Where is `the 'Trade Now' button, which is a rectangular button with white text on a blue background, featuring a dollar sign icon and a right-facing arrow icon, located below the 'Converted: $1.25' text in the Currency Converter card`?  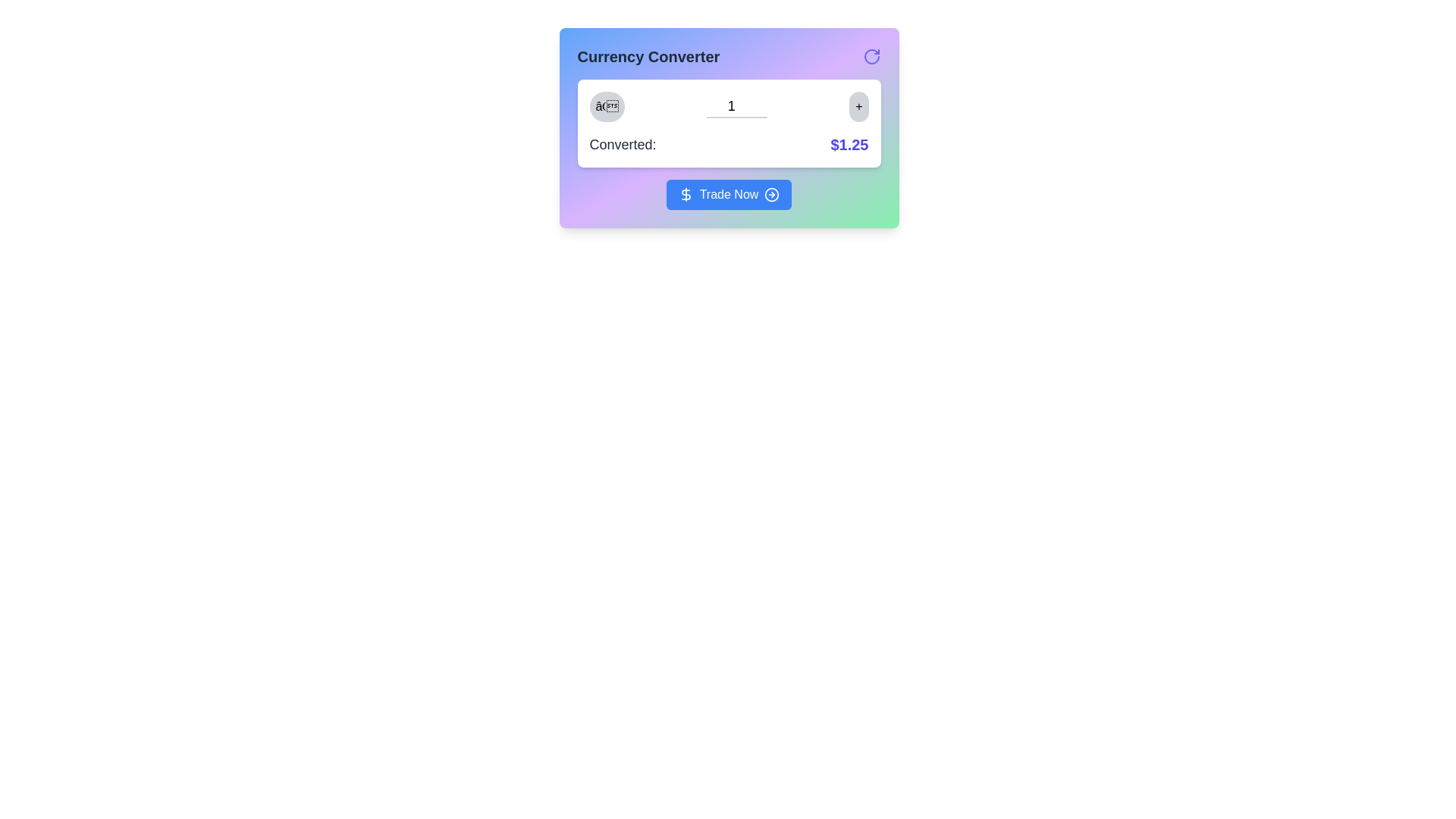
the 'Trade Now' button, which is a rectangular button with white text on a blue background, featuring a dollar sign icon and a right-facing arrow icon, located below the 'Converted: $1.25' text in the Currency Converter card is located at coordinates (729, 194).